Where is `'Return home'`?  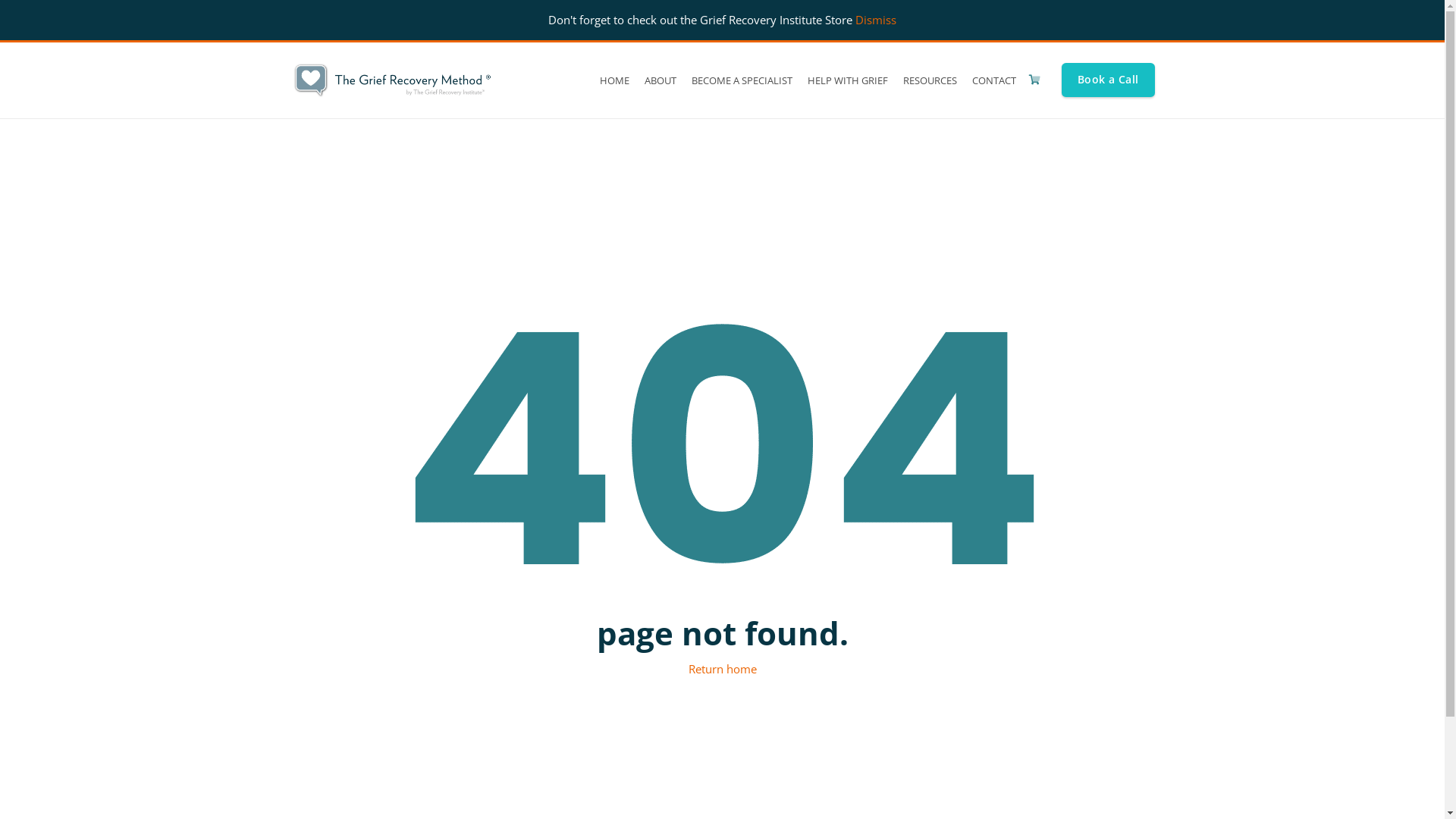
'Return home' is located at coordinates (722, 668).